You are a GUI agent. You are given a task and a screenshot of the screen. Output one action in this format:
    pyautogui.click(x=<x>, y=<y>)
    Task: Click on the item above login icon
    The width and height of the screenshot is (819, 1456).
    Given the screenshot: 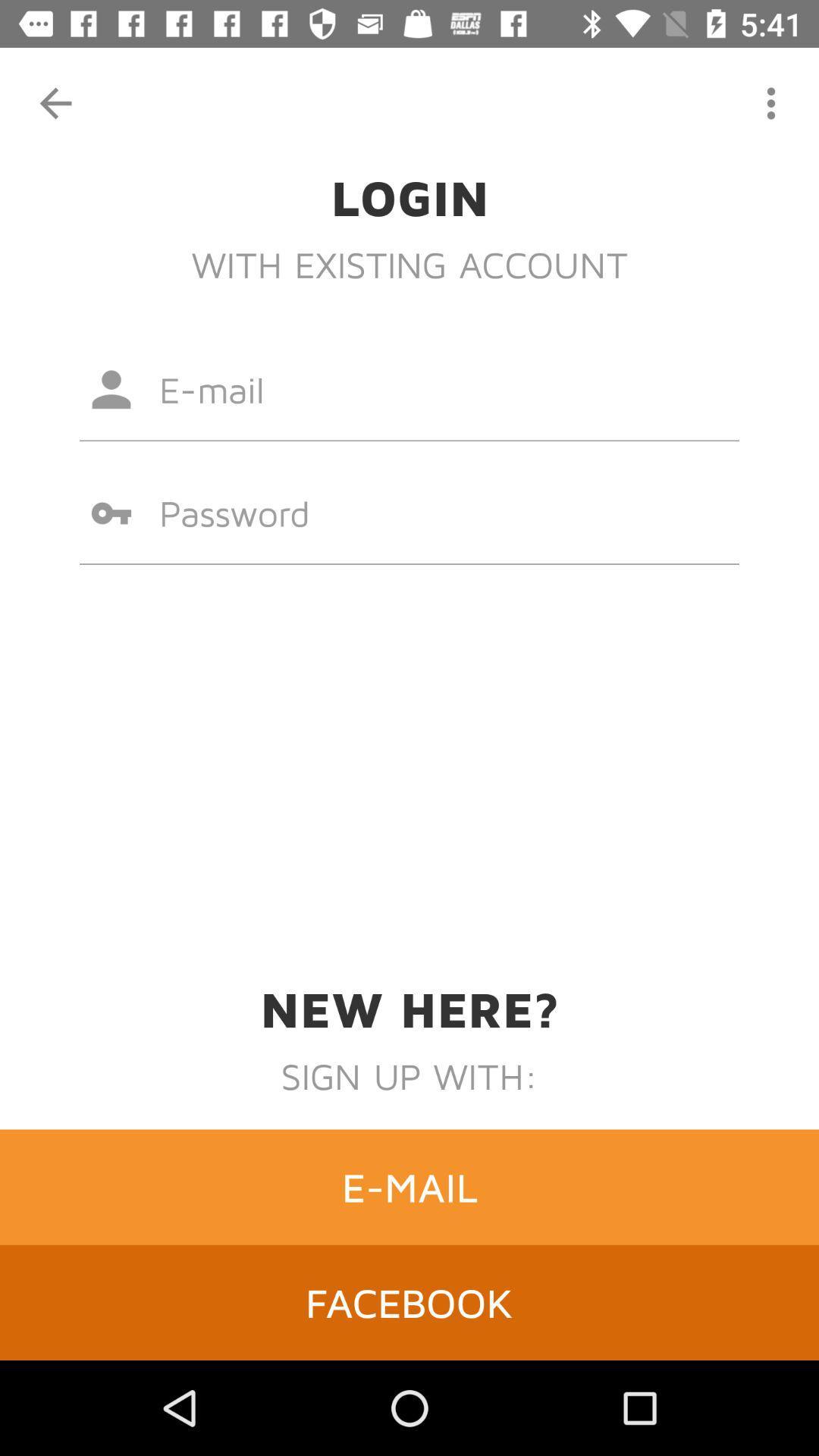 What is the action you would take?
    pyautogui.click(x=771, y=102)
    